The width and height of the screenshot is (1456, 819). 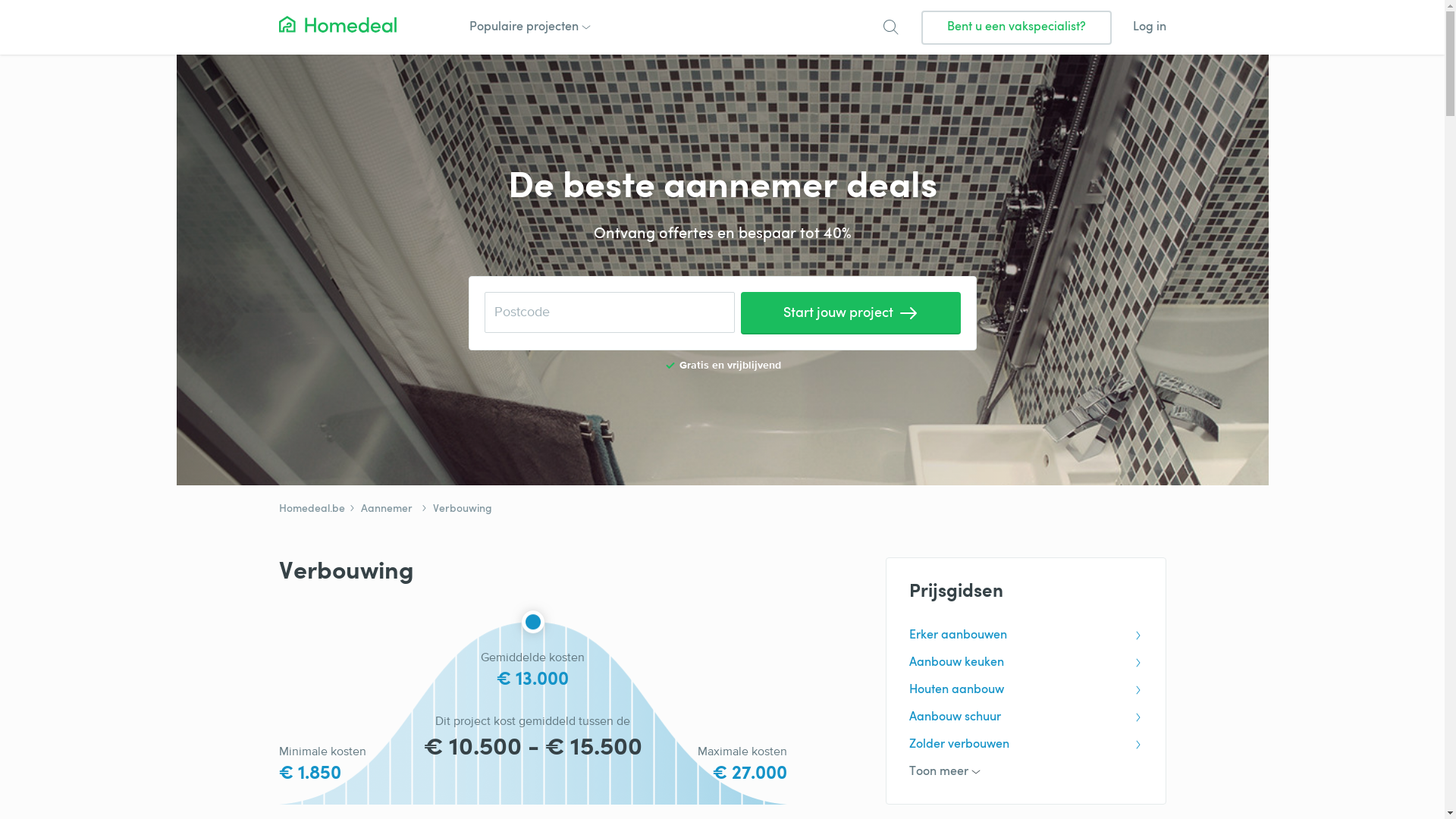 What do you see at coordinates (1025, 662) in the screenshot?
I see `'Aanbouw keuken'` at bounding box center [1025, 662].